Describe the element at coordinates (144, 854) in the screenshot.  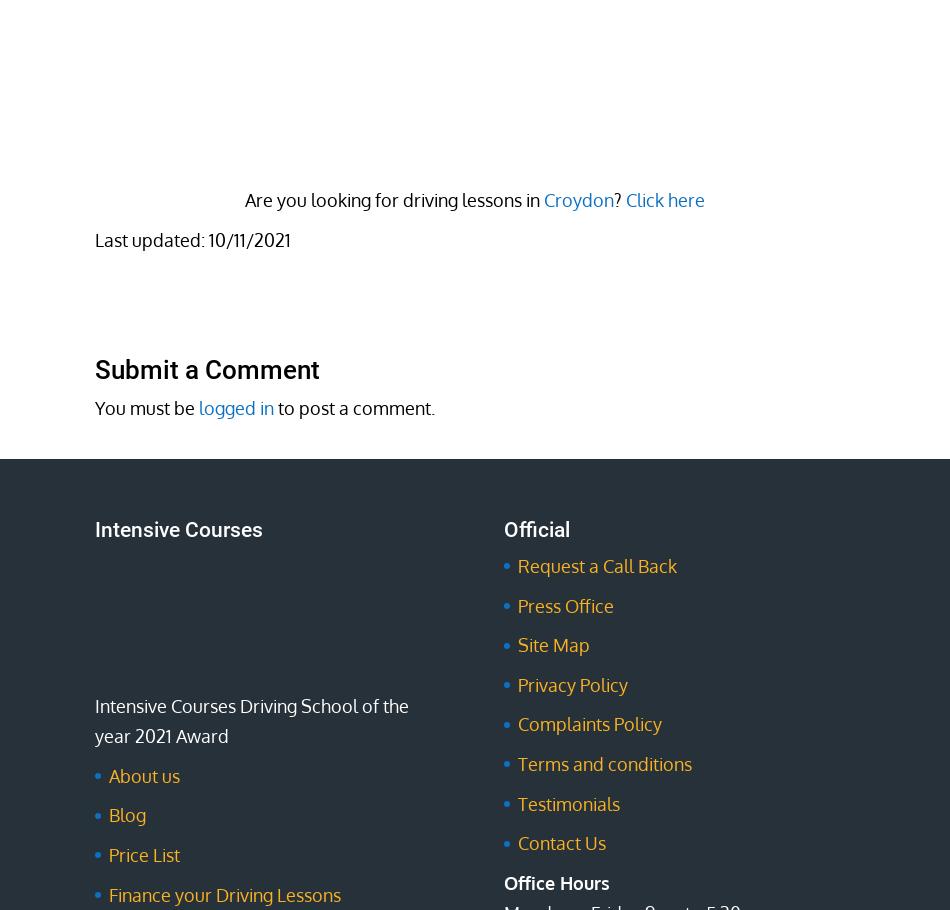
I see `'Price List'` at that location.